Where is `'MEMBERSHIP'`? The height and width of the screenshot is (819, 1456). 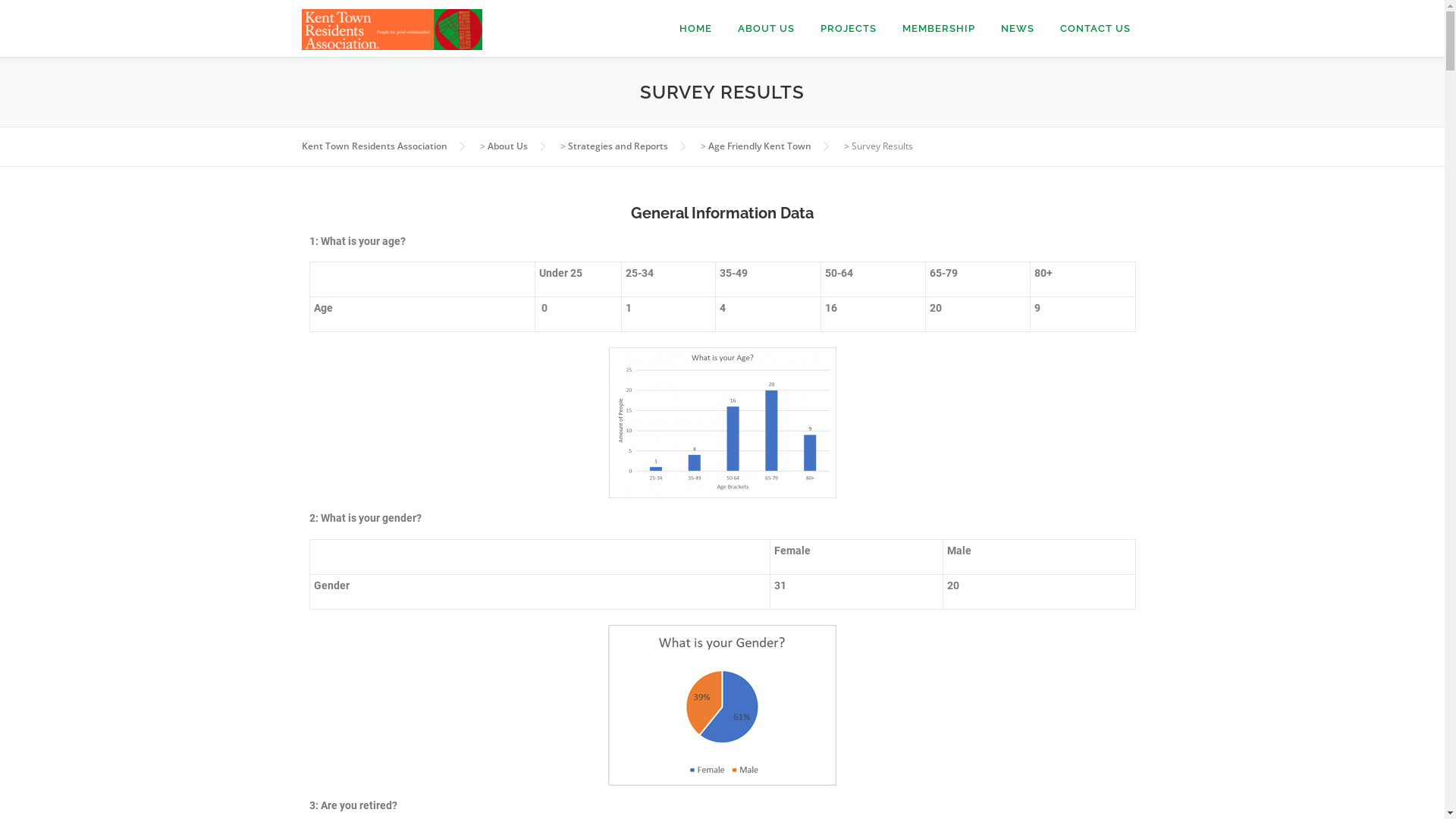
'MEMBERSHIP' is located at coordinates (937, 28).